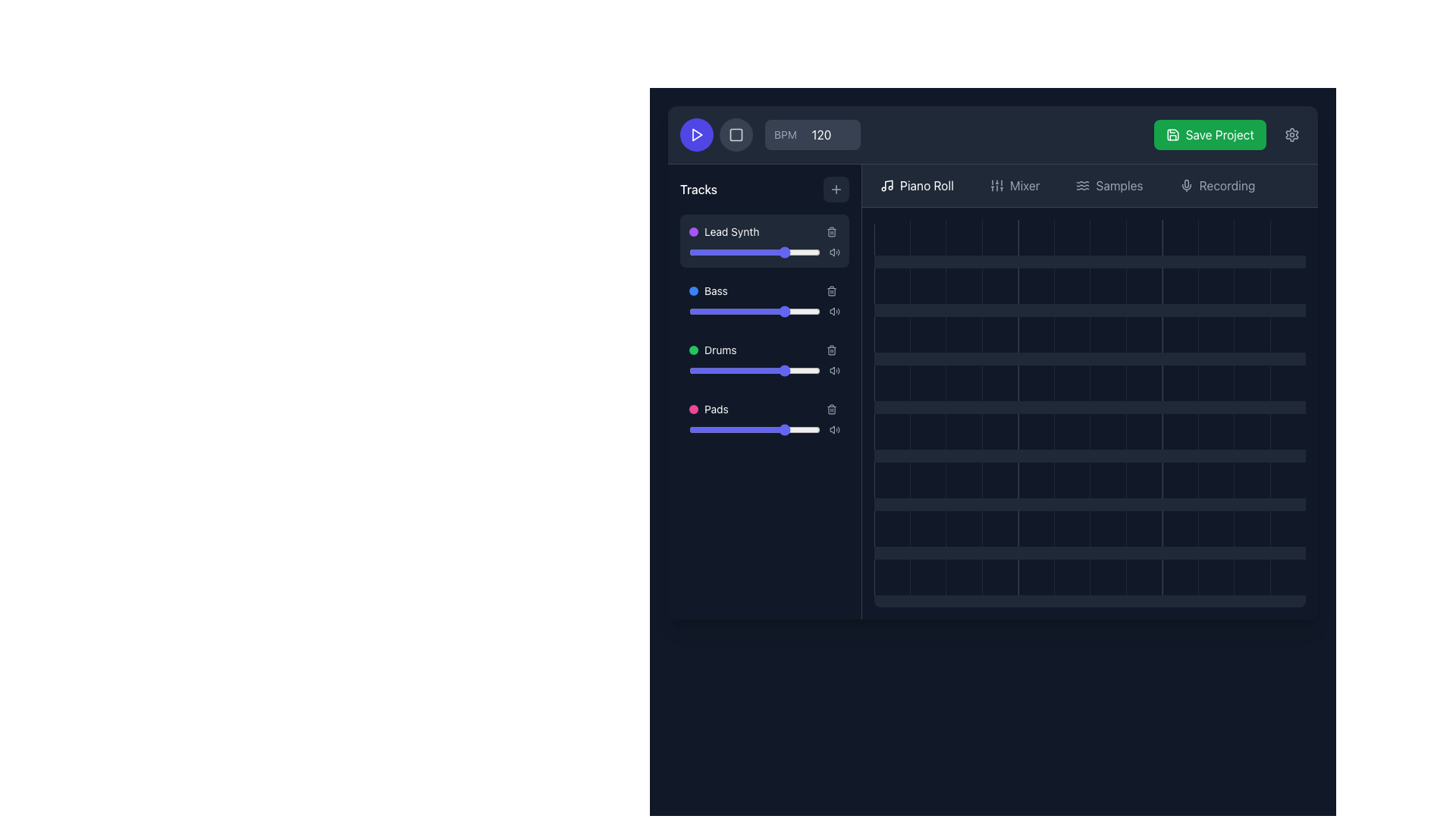 This screenshot has height=819, width=1456. I want to click on the 12th tile in the second row of a grid layout, which has a dark gray to black background and changes to a lighter gray on hover, so click(1287, 286).